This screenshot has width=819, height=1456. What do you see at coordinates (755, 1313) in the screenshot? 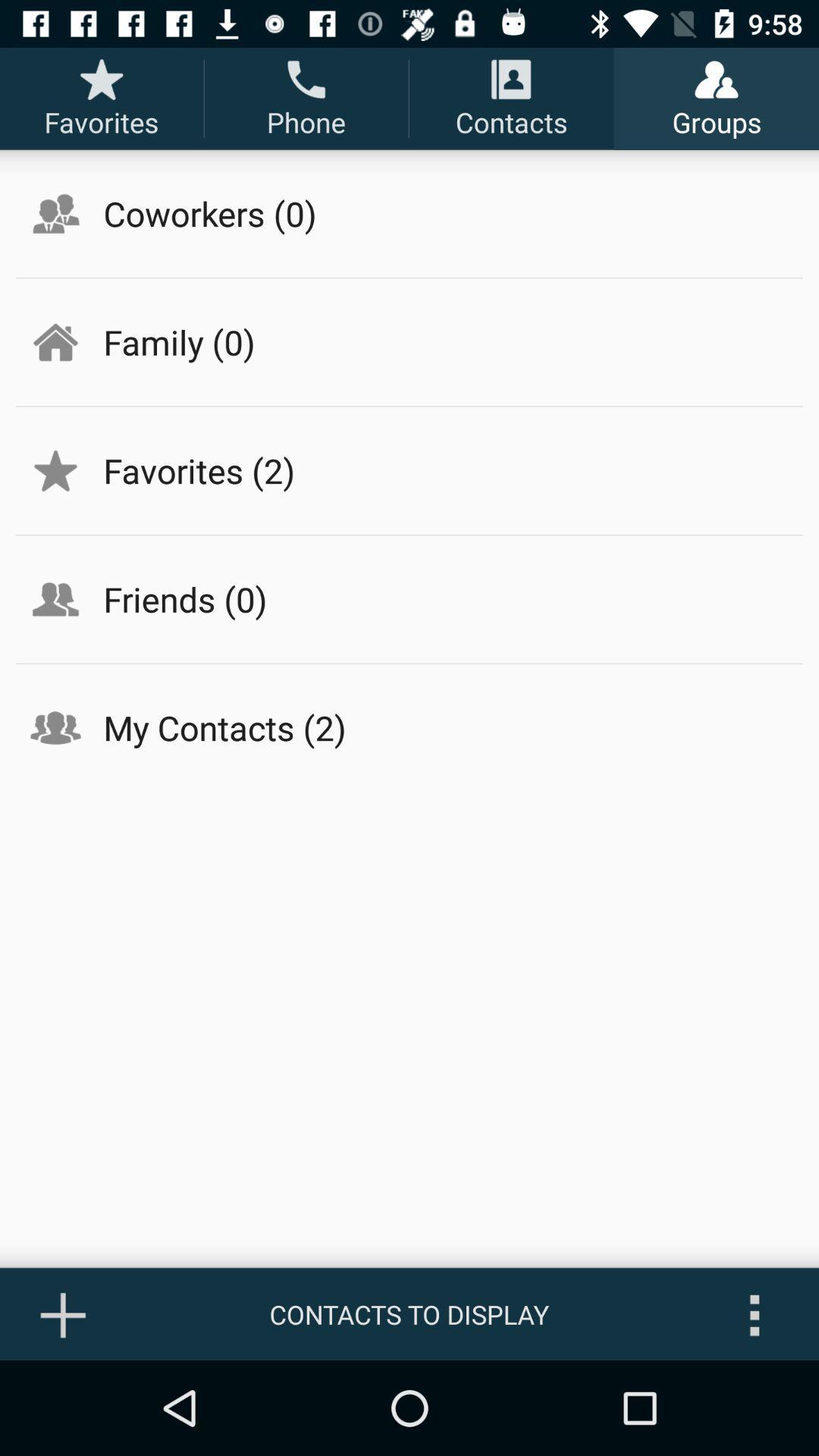
I see `icon next to contacts to display icon` at bounding box center [755, 1313].